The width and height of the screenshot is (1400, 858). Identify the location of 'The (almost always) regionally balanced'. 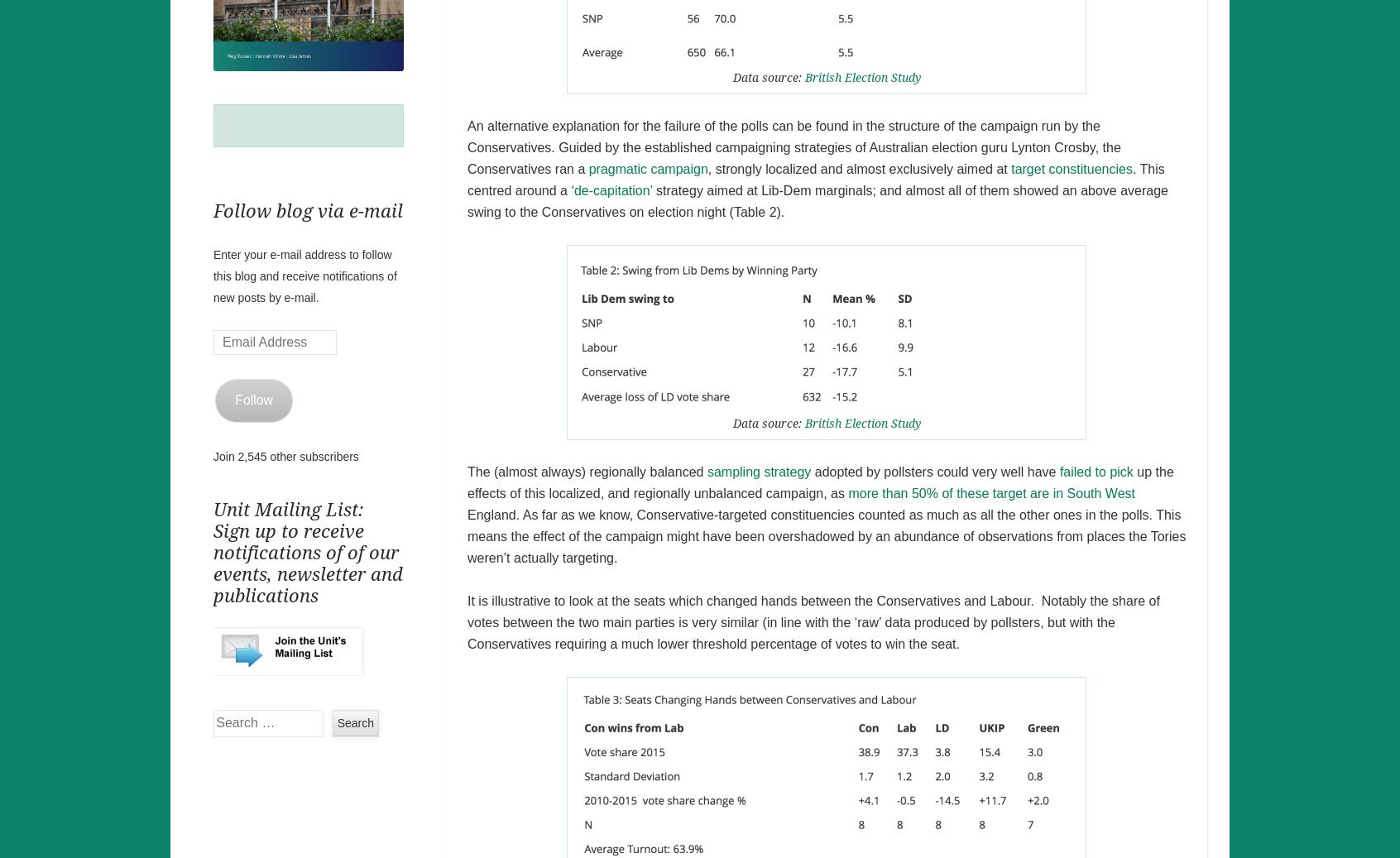
(585, 471).